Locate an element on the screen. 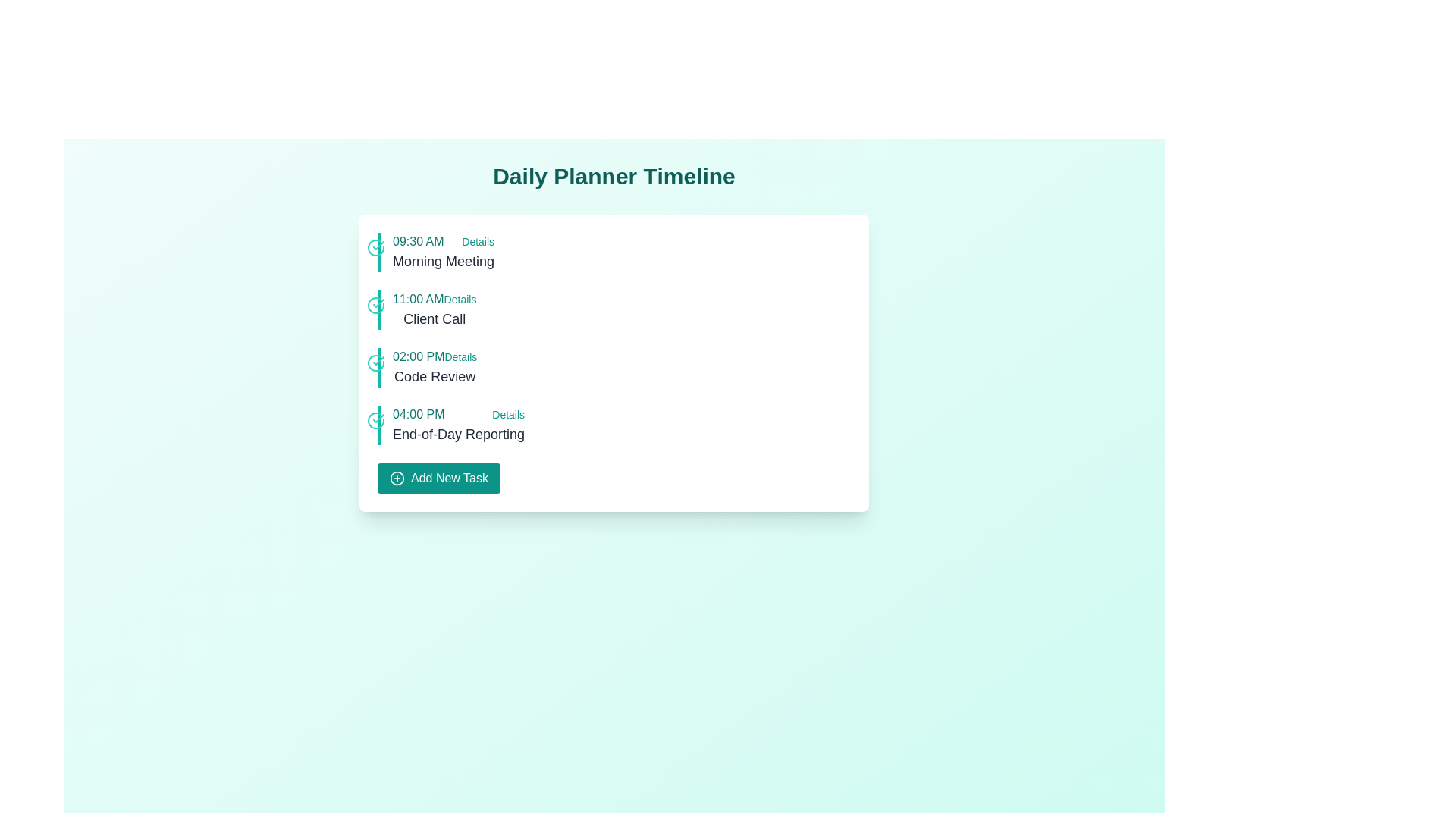 The height and width of the screenshot is (819, 1456). the 'Add Task' button located at the bottom of the task list to enable keyboard input for adding a new task is located at coordinates (438, 479).